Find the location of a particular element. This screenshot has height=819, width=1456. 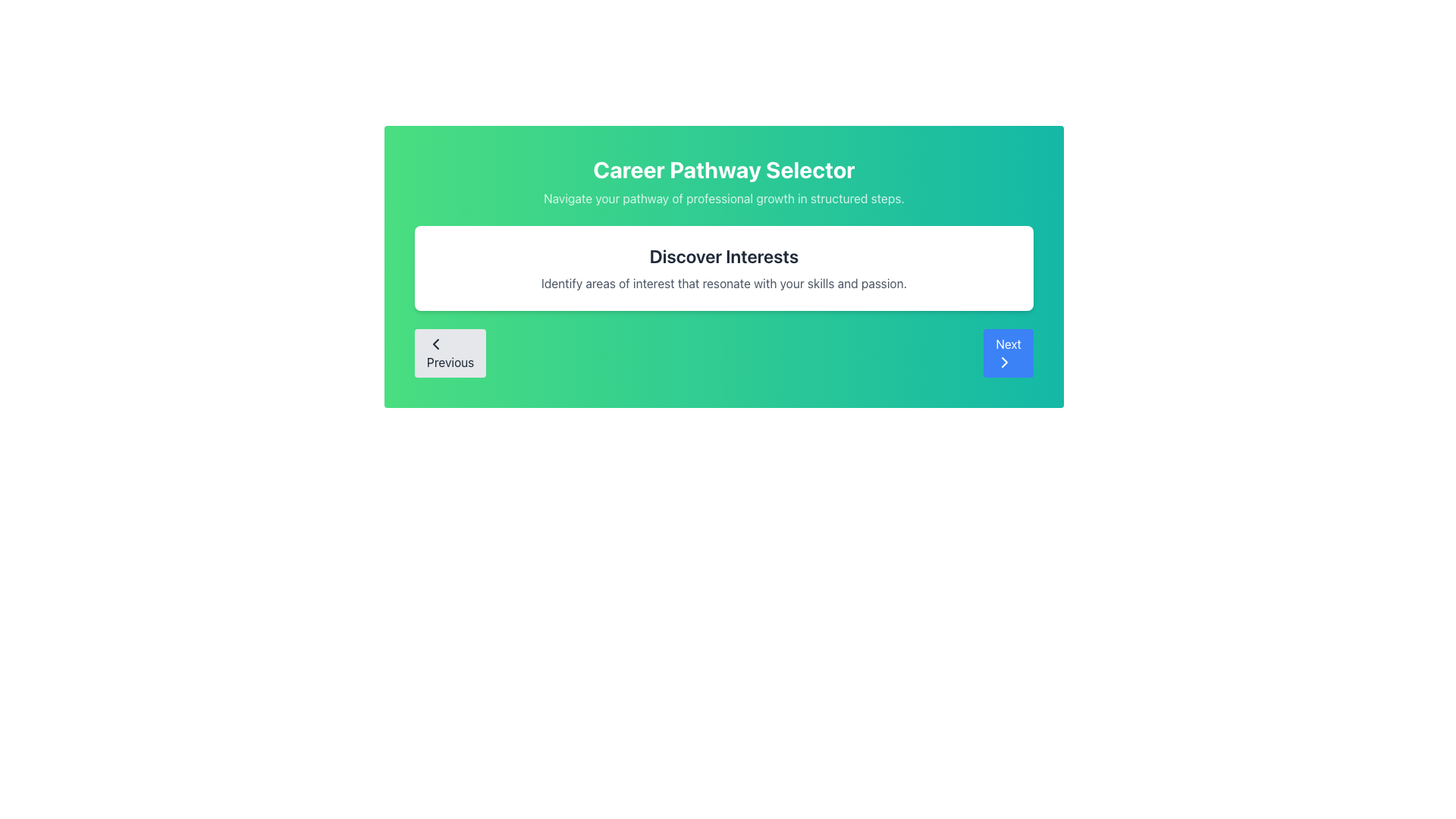

the 'Next' button, which is a rectangular button with rounded corners, a blue background, and white text displaying 'Next' is located at coordinates (1009, 353).